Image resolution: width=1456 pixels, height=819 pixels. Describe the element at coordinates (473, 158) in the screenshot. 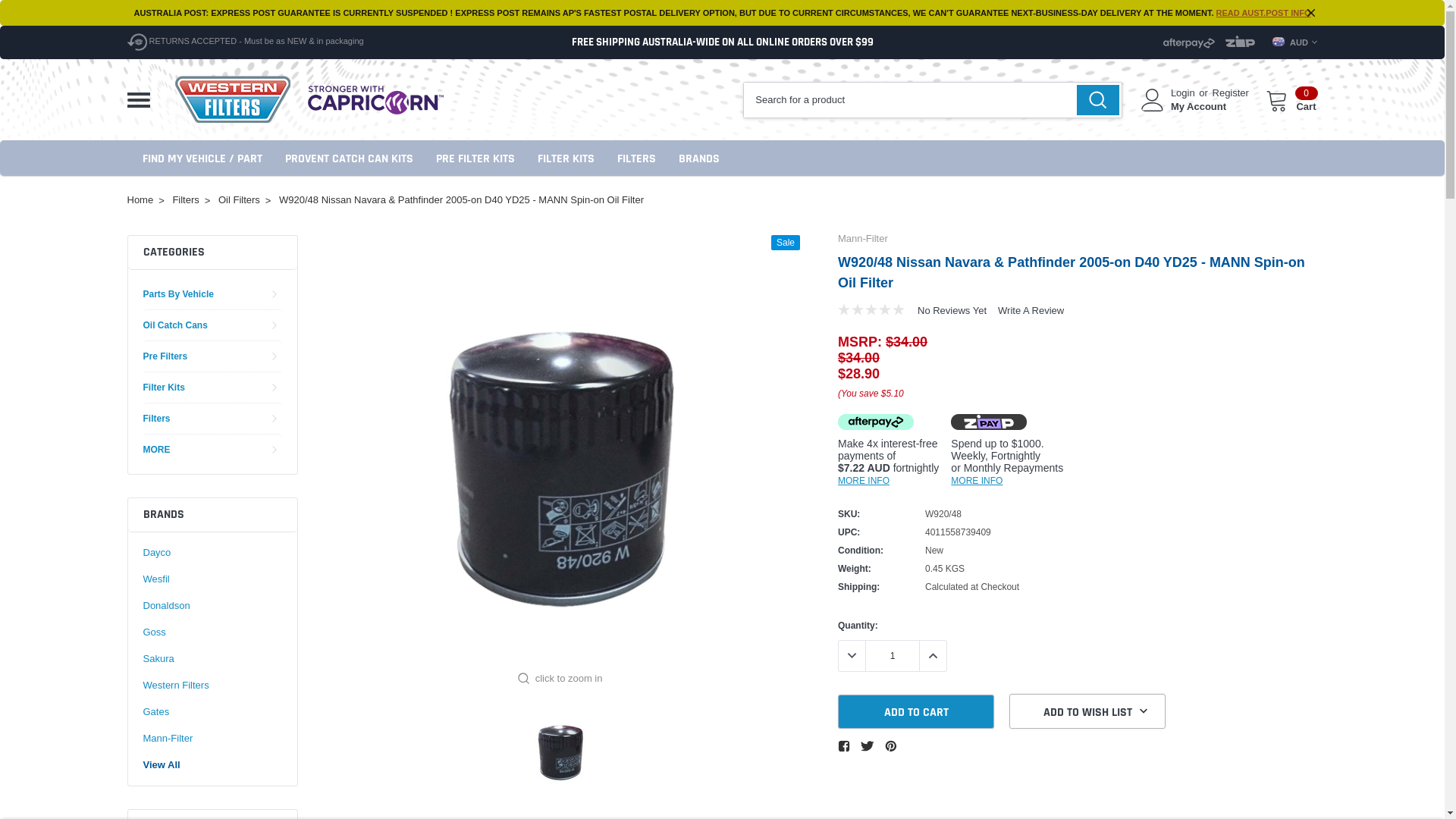

I see `'PRE FILTER KITS'` at that location.